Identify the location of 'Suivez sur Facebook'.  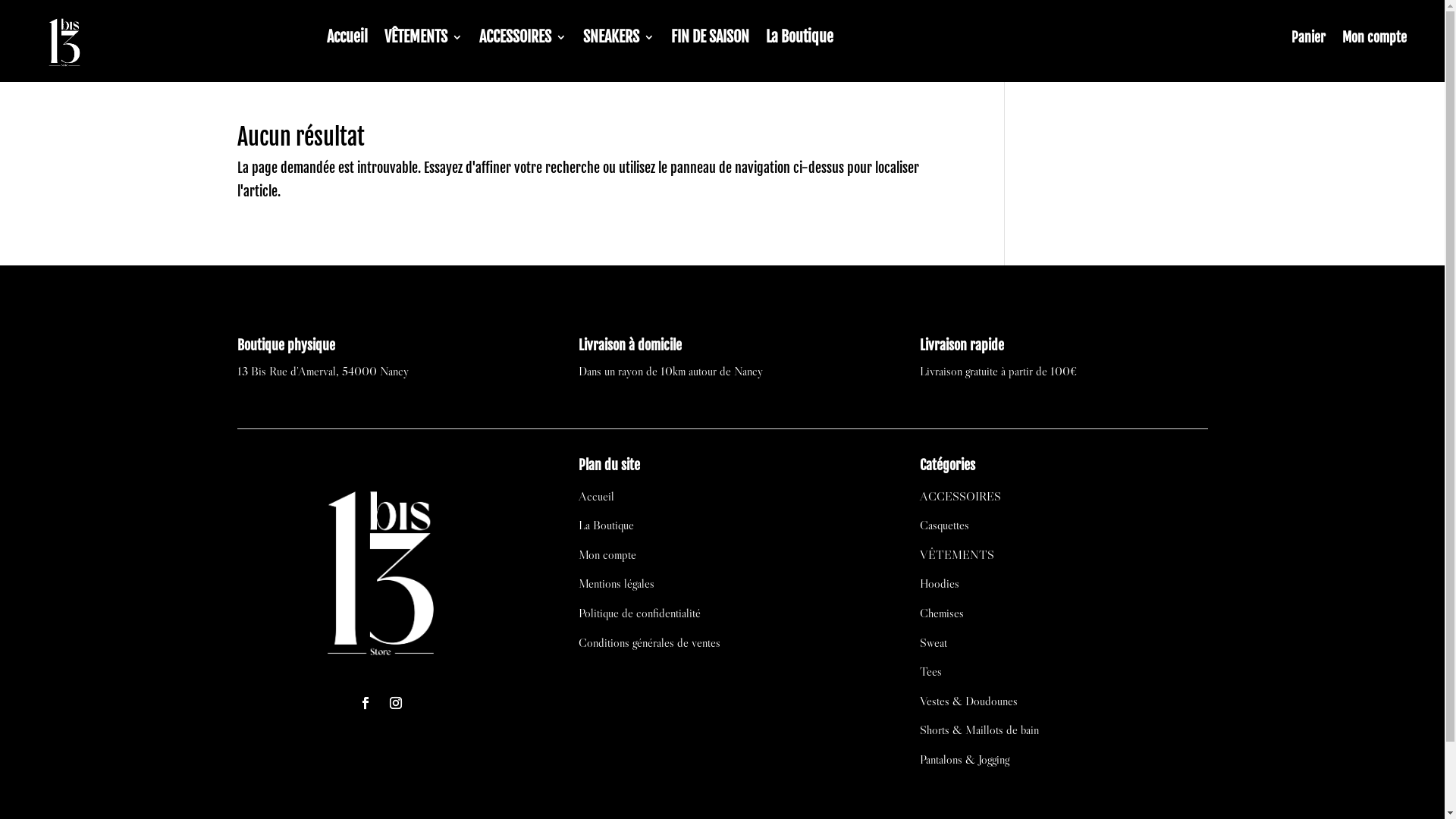
(352, 702).